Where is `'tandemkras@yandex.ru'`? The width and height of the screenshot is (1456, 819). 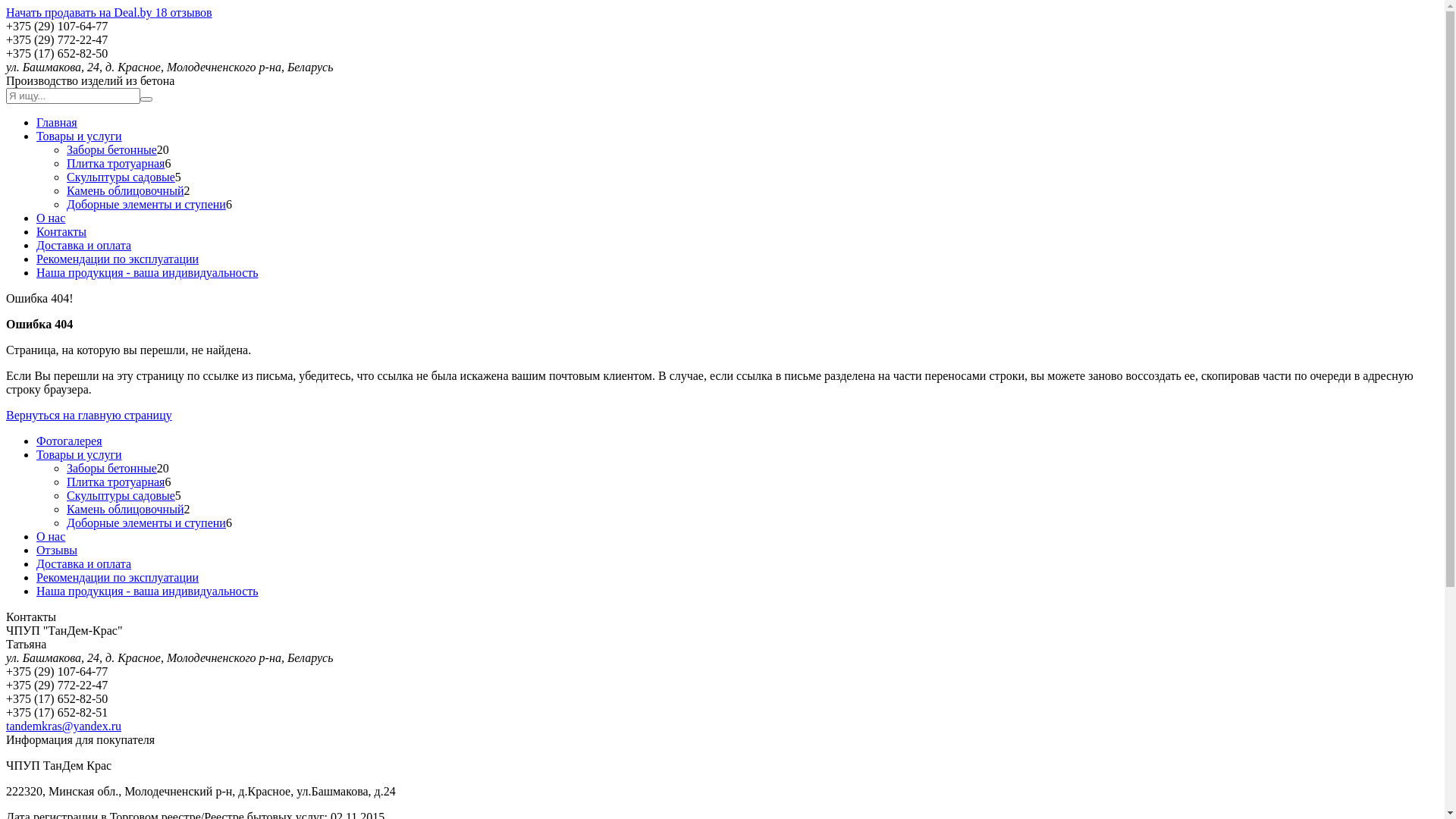 'tandemkras@yandex.ru' is located at coordinates (6, 725).